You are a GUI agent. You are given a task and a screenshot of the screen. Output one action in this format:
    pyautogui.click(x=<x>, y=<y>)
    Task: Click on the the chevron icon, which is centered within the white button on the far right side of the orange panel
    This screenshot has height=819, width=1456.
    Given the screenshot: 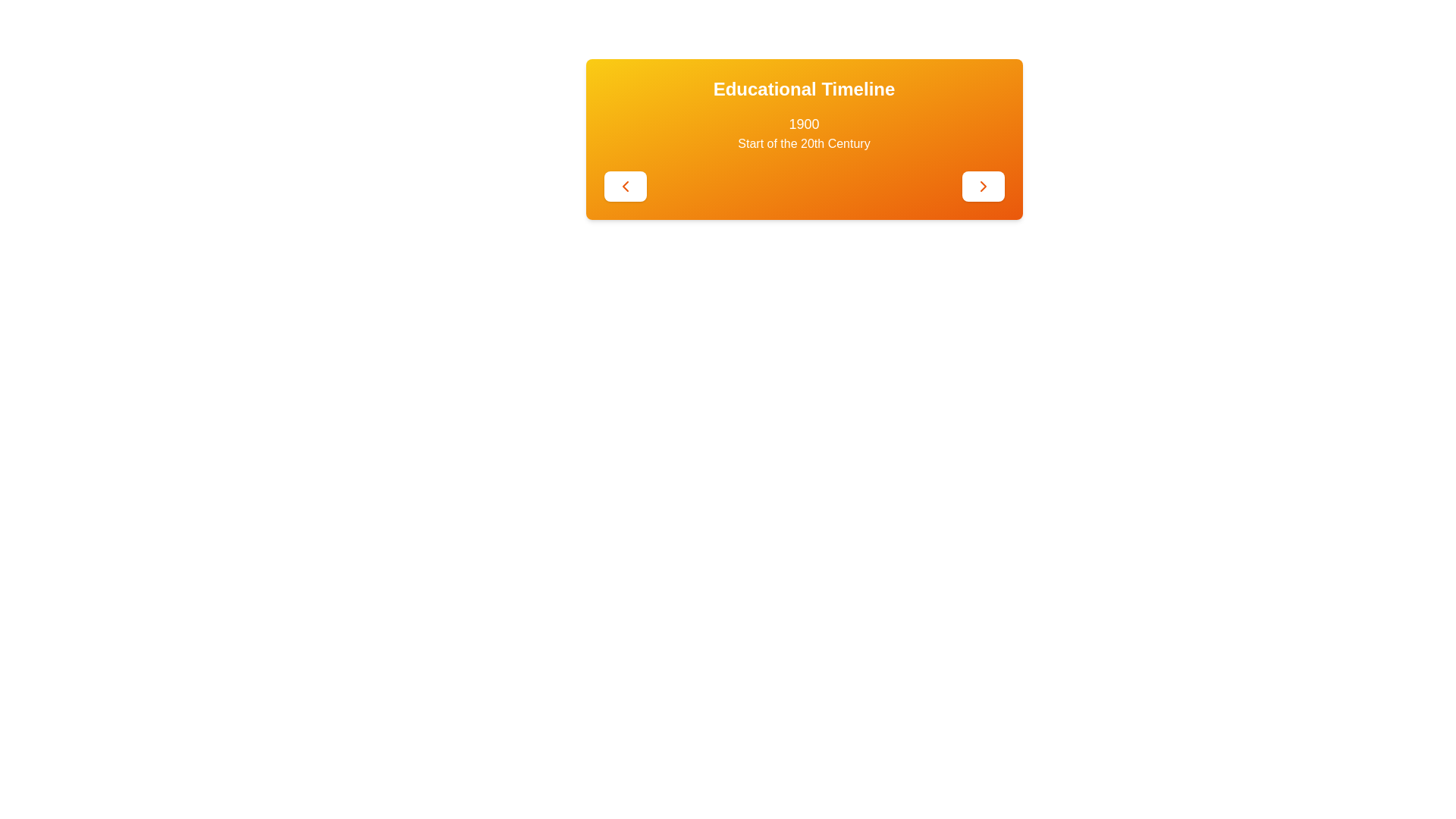 What is the action you would take?
    pyautogui.click(x=983, y=186)
    